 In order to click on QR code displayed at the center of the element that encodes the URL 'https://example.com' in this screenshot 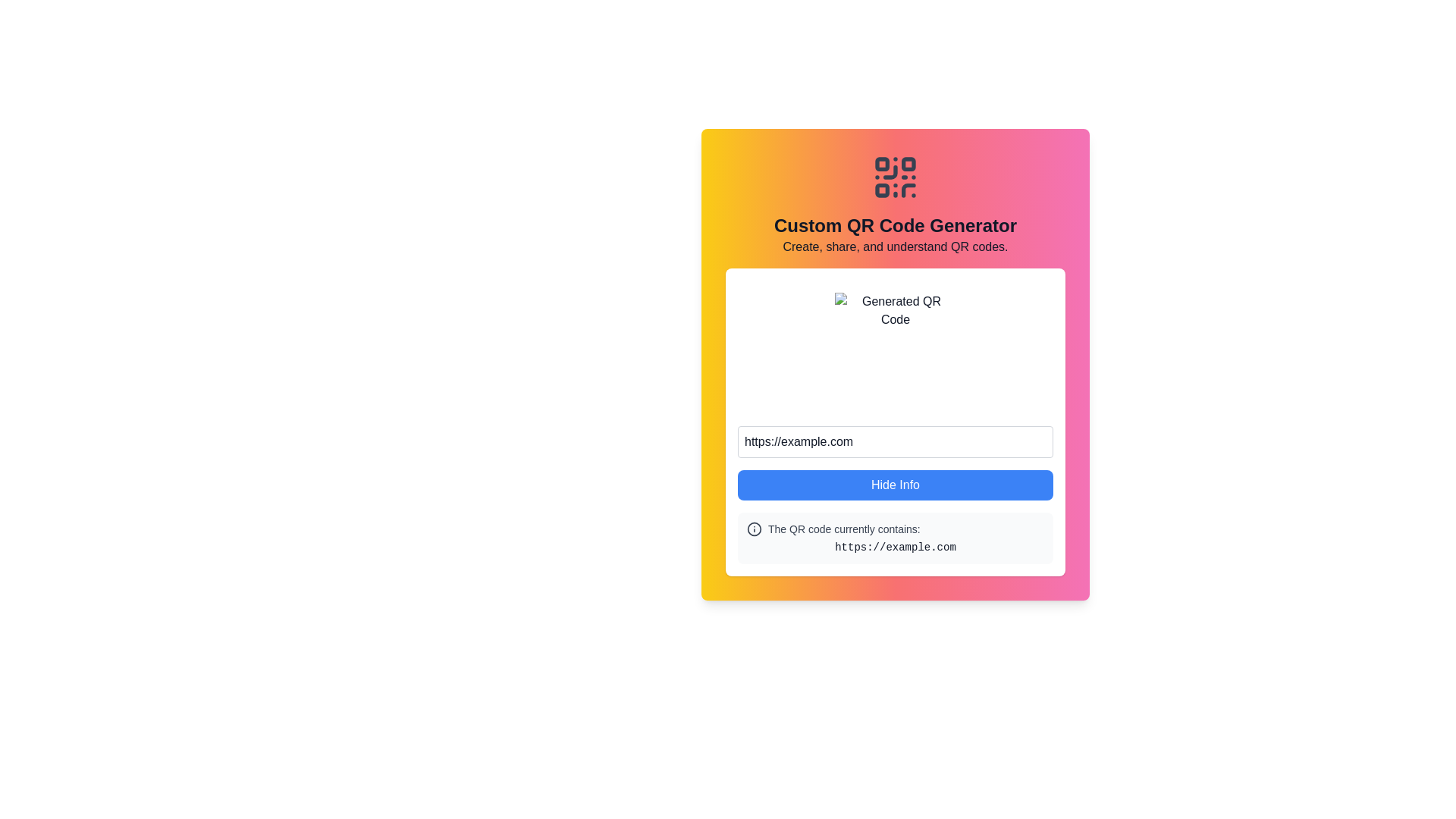, I will do `click(895, 353)`.